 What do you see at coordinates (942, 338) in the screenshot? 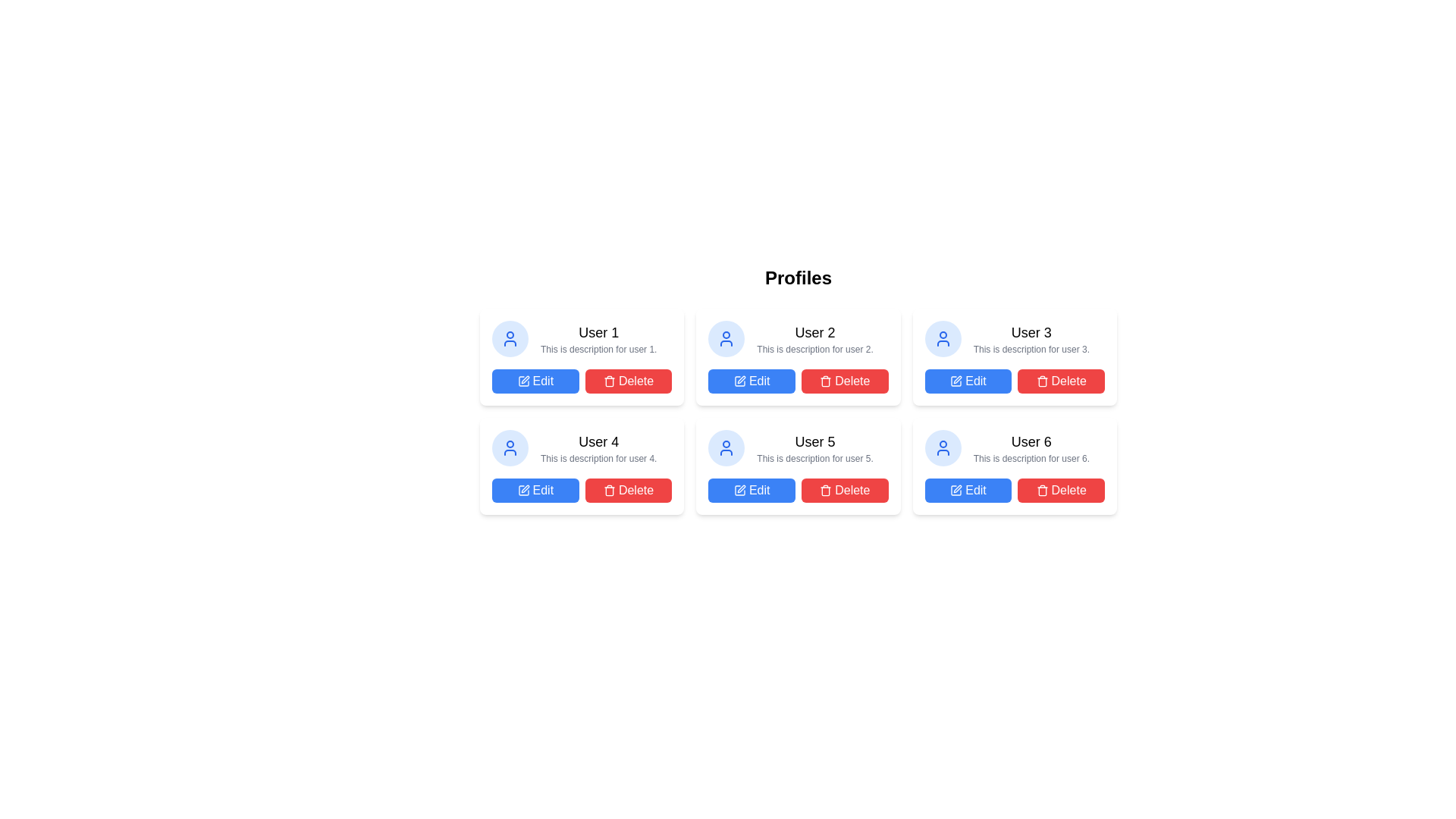
I see `the user icon, which is a circular blue outline representing a user, located within a blue-tinted background on the user profile card` at bounding box center [942, 338].